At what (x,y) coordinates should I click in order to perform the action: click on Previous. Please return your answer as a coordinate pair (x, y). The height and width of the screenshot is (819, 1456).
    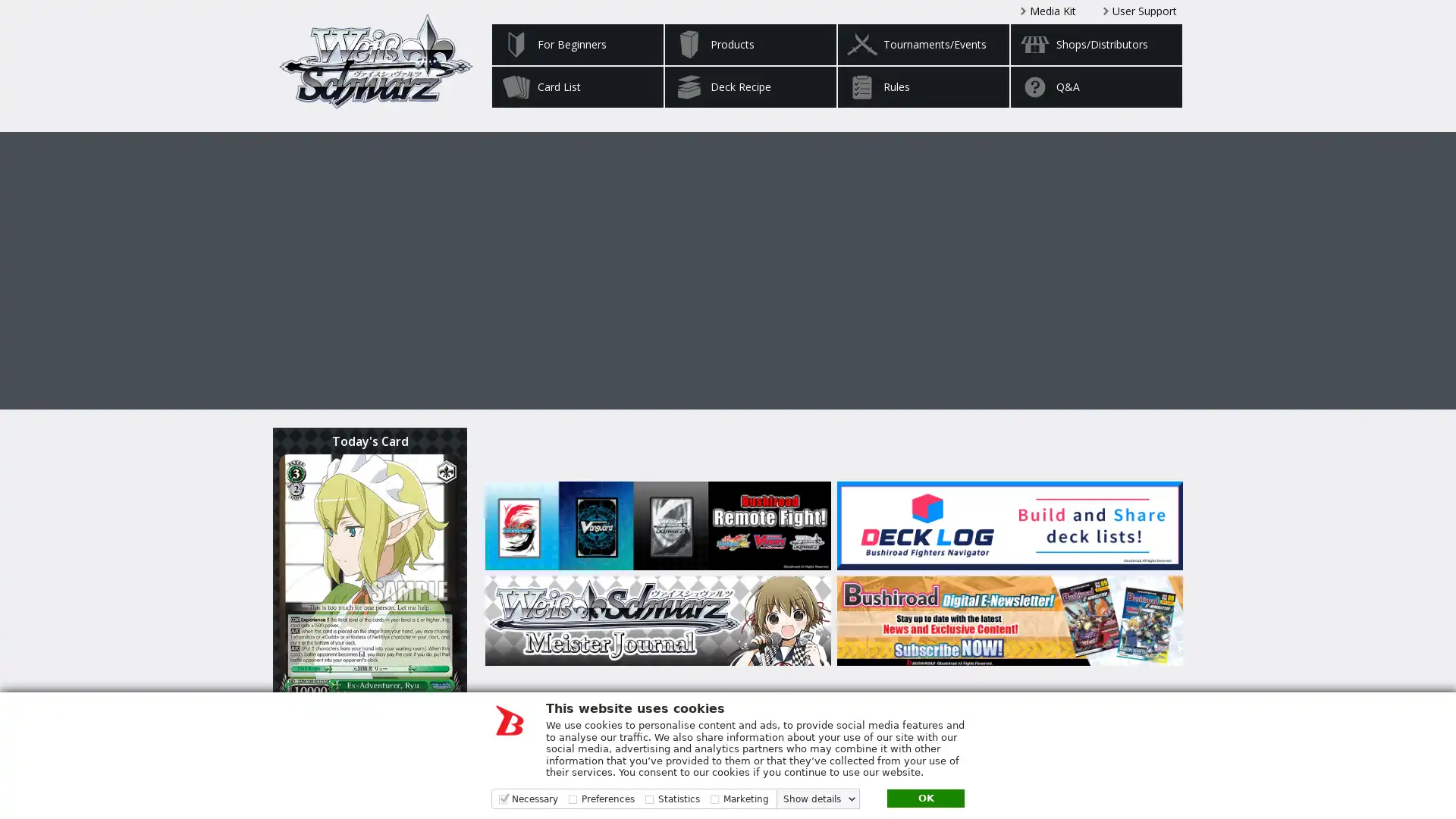
    Looking at the image, I should click on (450, 260).